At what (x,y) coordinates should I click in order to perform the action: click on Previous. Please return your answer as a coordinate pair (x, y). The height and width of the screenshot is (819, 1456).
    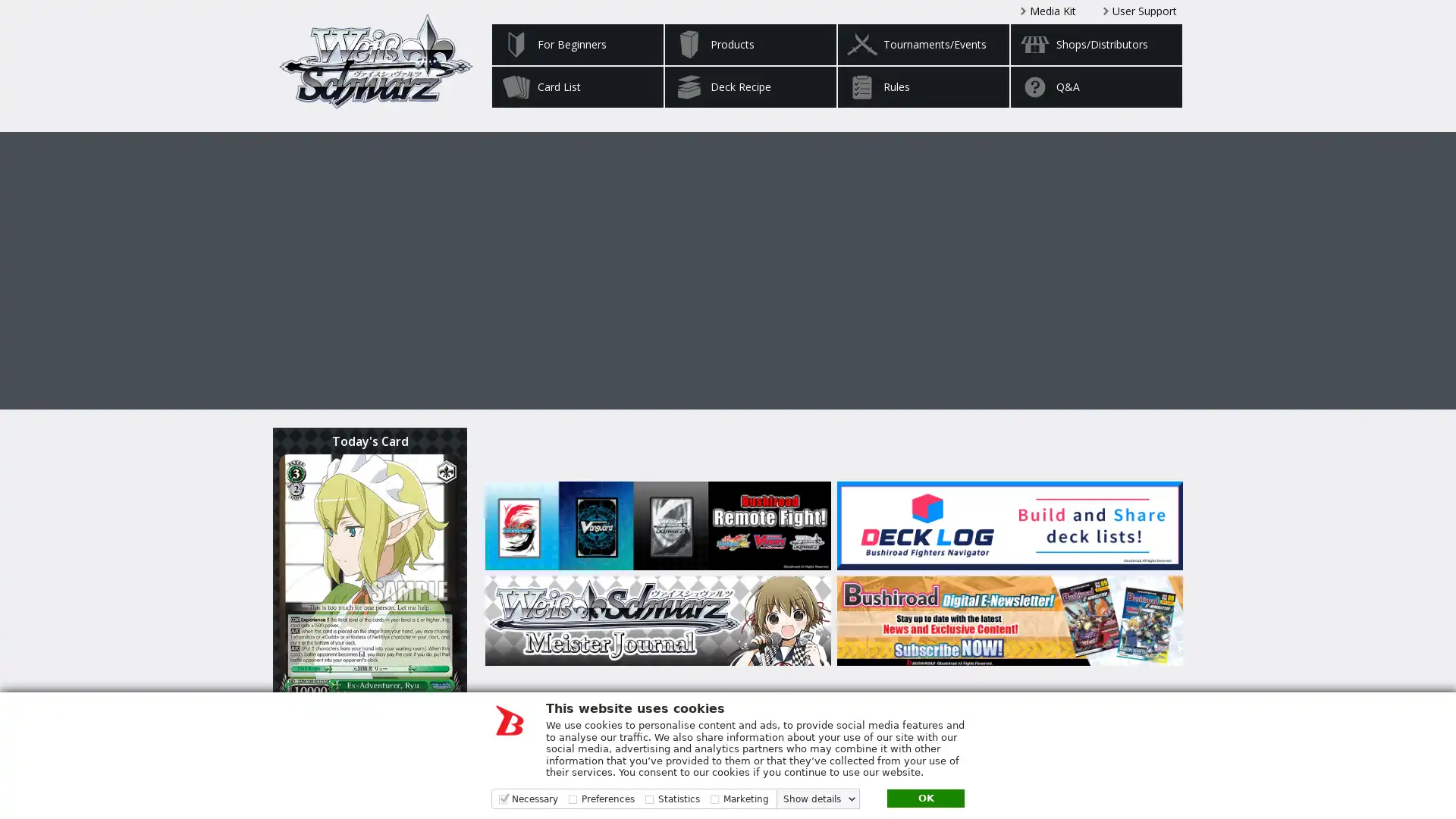
    Looking at the image, I should click on (450, 260).